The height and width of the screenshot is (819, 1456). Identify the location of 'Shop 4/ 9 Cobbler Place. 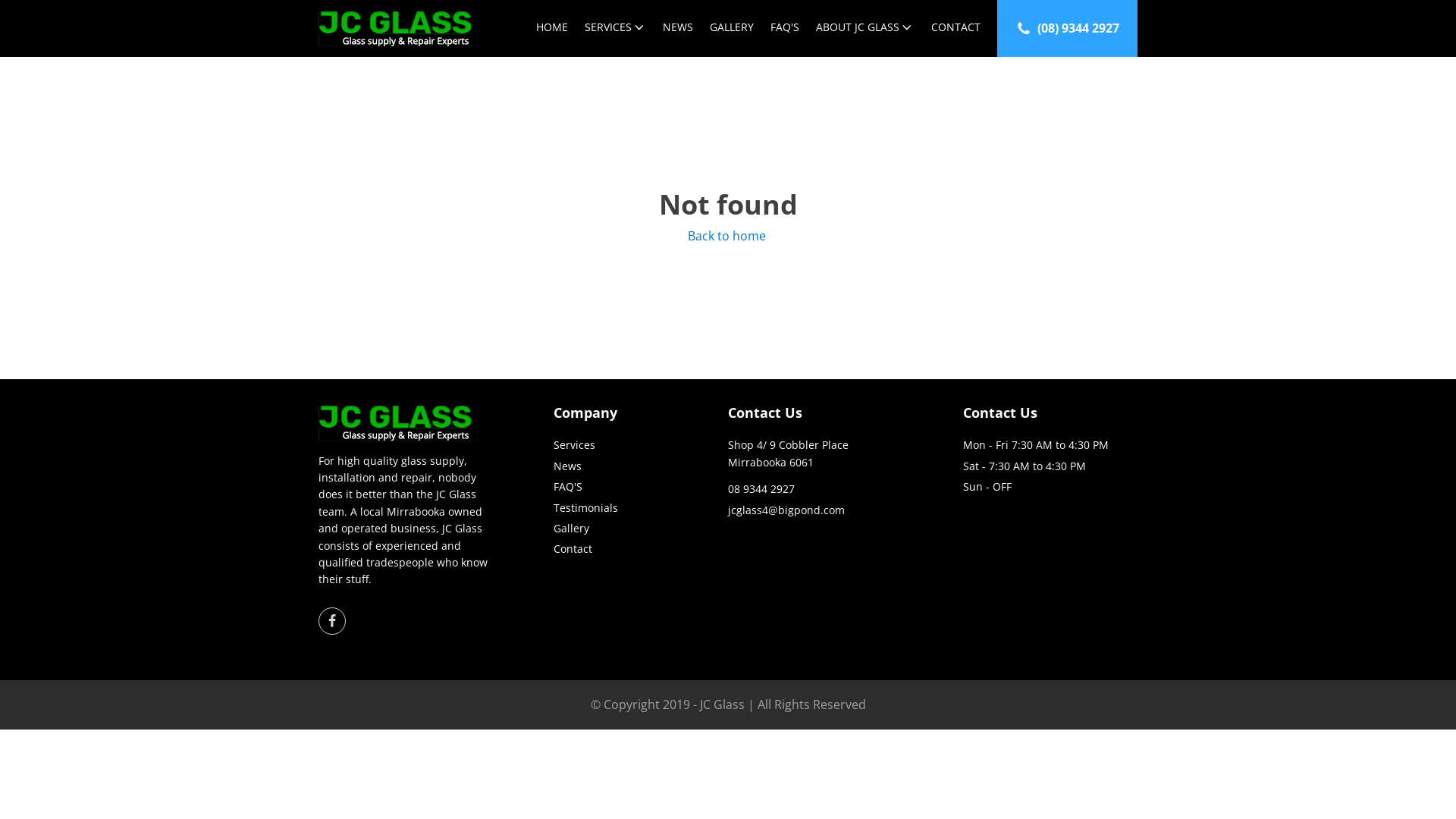
(788, 453).